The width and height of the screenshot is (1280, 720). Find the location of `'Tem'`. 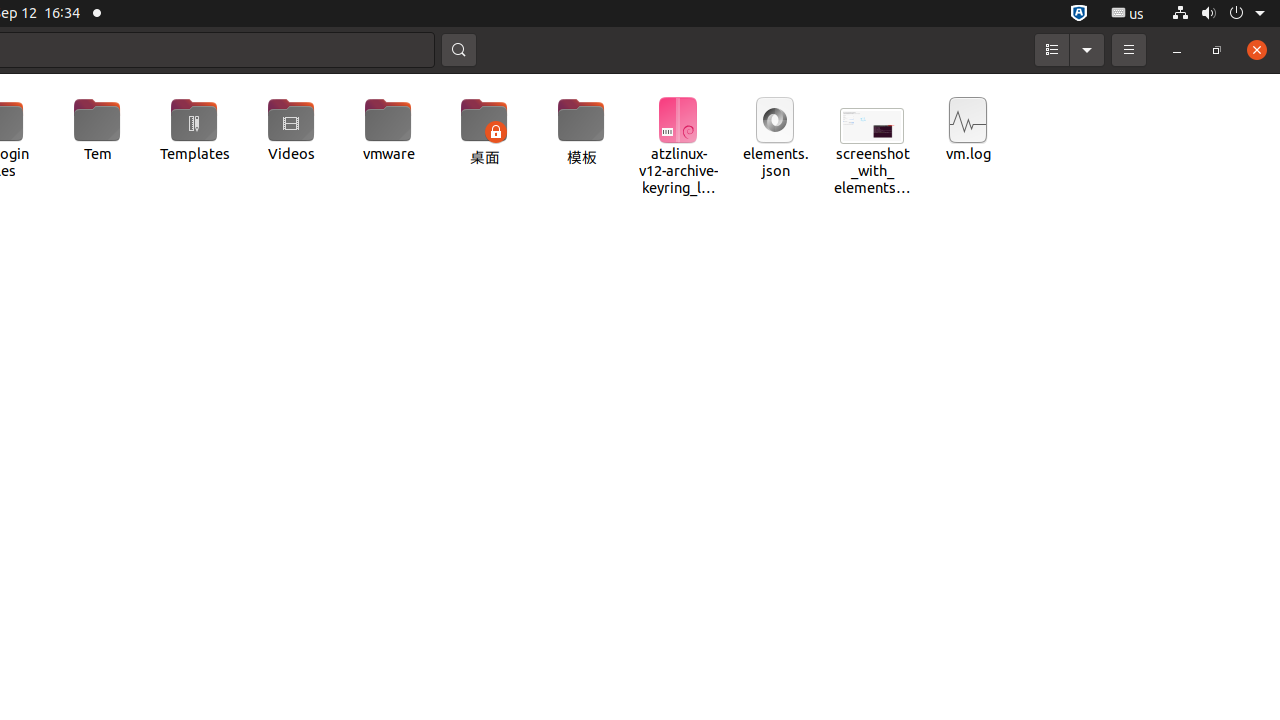

'Tem' is located at coordinates (96, 130).